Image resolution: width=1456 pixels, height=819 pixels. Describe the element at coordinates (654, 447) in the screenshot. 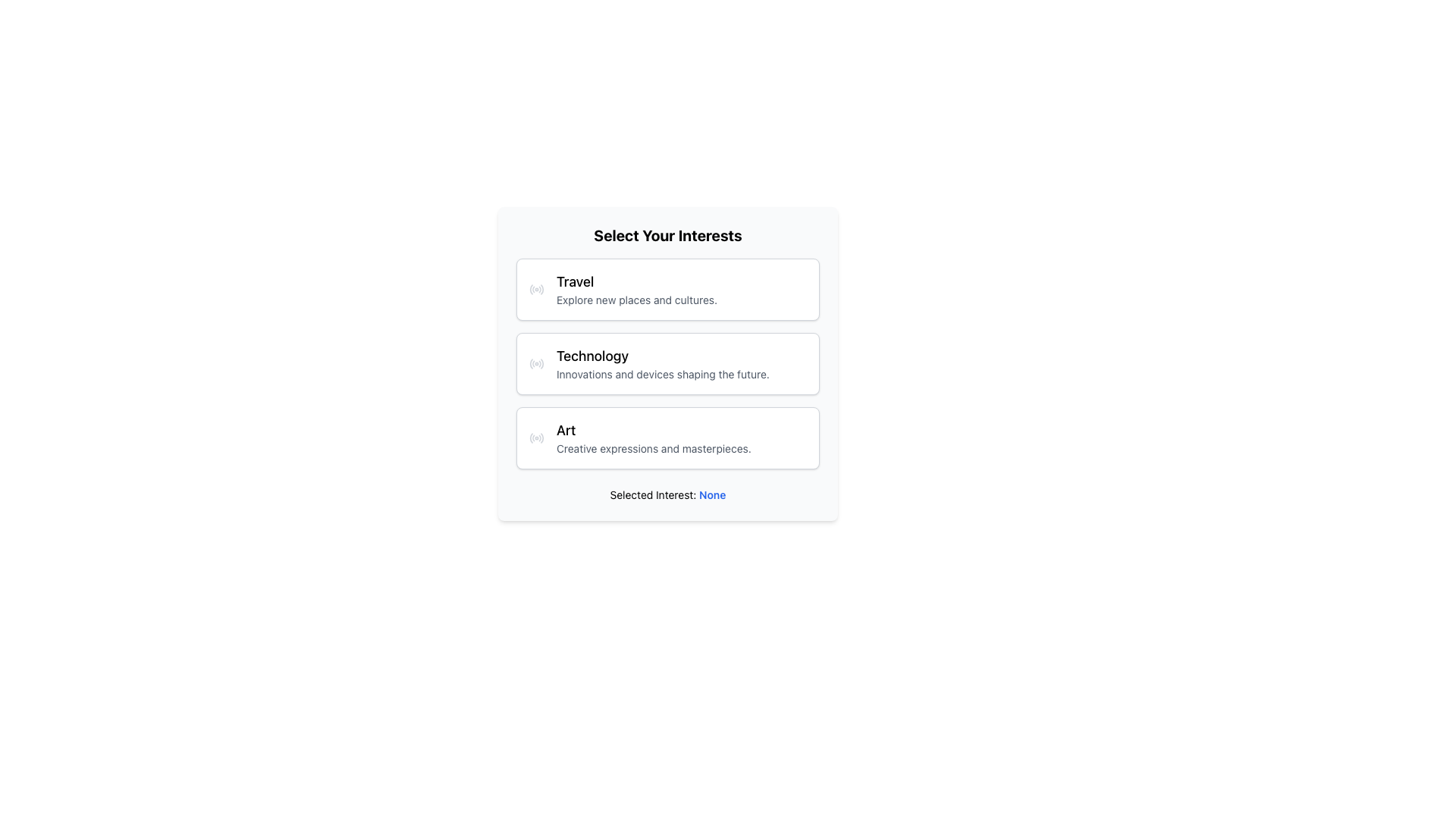

I see `the text label that reads 'Creative expressions and masterpieces.' located below the heading 'Art' in the third selectable option of the 'Select Your Interests' list` at that location.